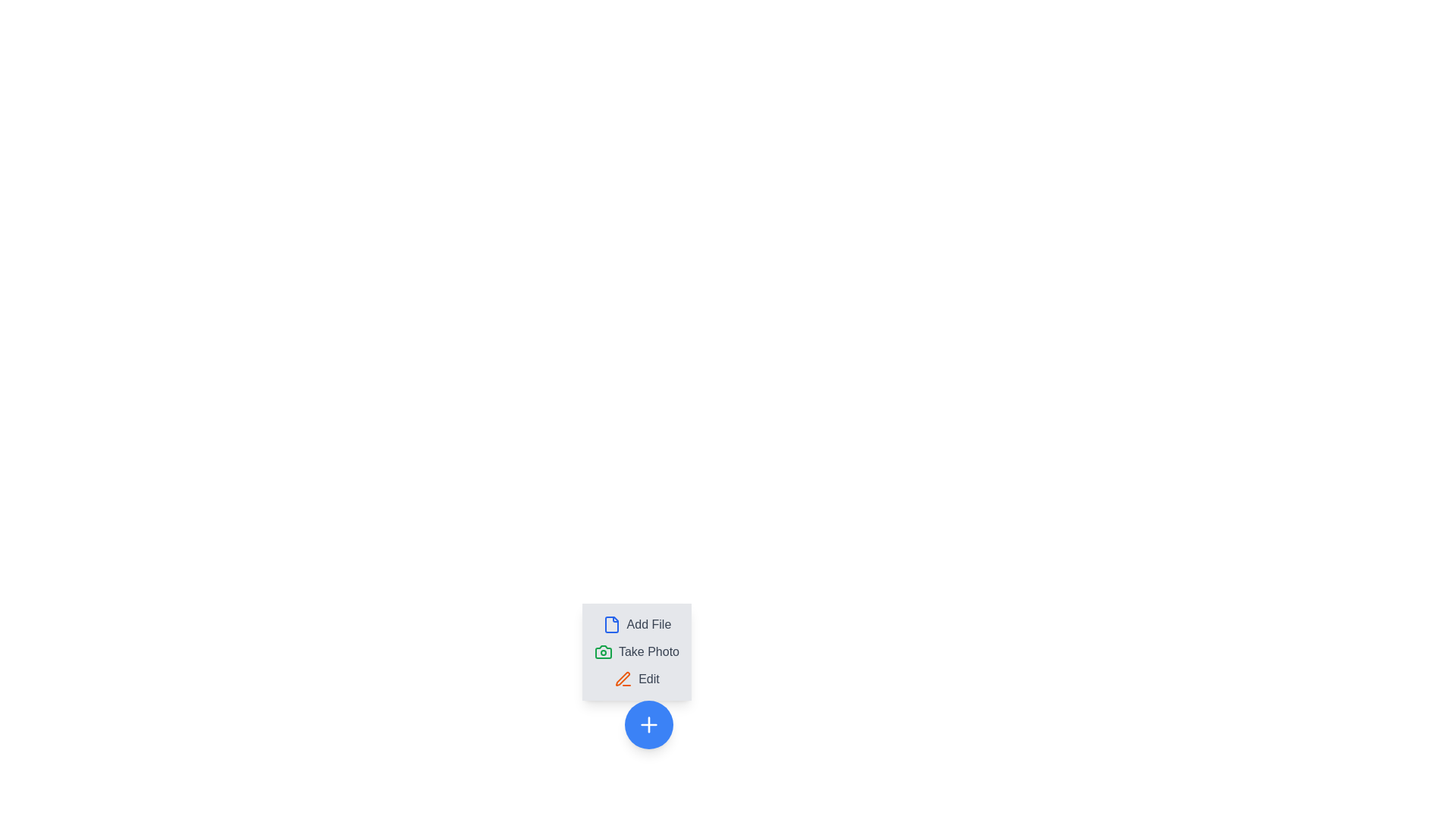 The height and width of the screenshot is (819, 1456). What do you see at coordinates (637, 651) in the screenshot?
I see `the 'Take Photo' button, which features a green camera icon and dark gray text, located in the floating menu at the bottom-right of the interface` at bounding box center [637, 651].